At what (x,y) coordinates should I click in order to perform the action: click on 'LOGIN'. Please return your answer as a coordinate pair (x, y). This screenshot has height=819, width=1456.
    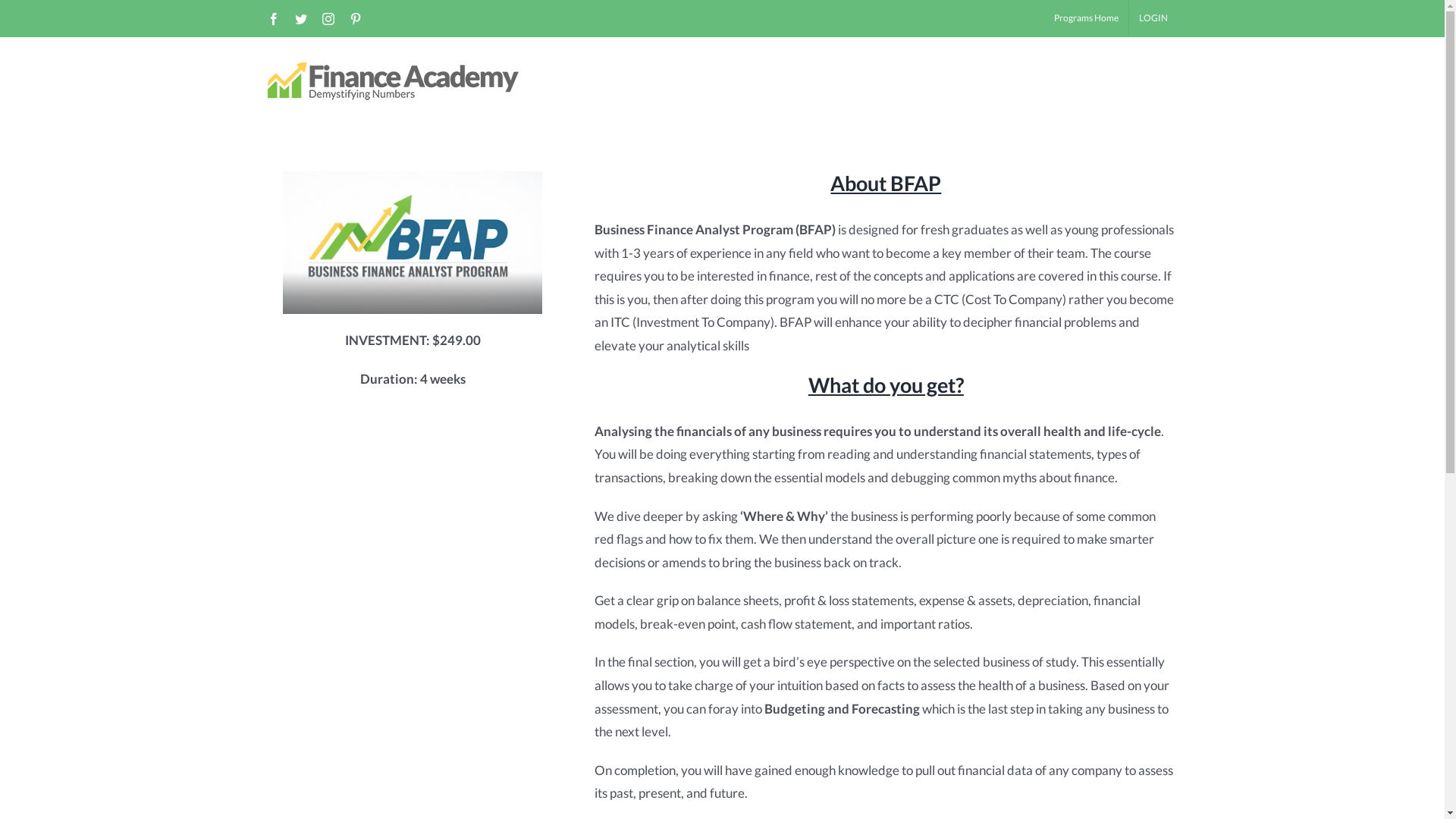
    Looking at the image, I should click on (1153, 17).